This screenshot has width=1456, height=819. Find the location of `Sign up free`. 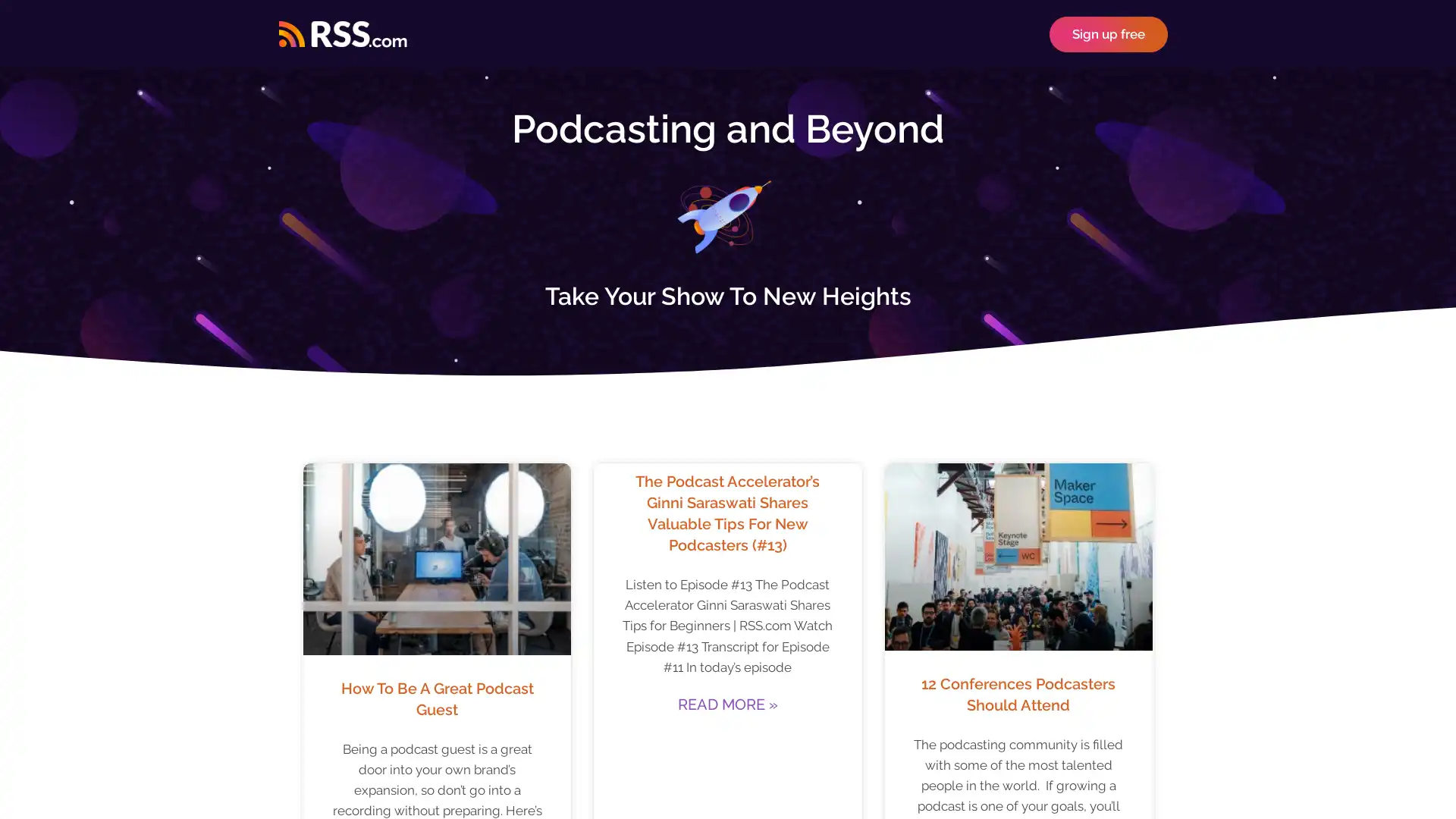

Sign up free is located at coordinates (1109, 33).